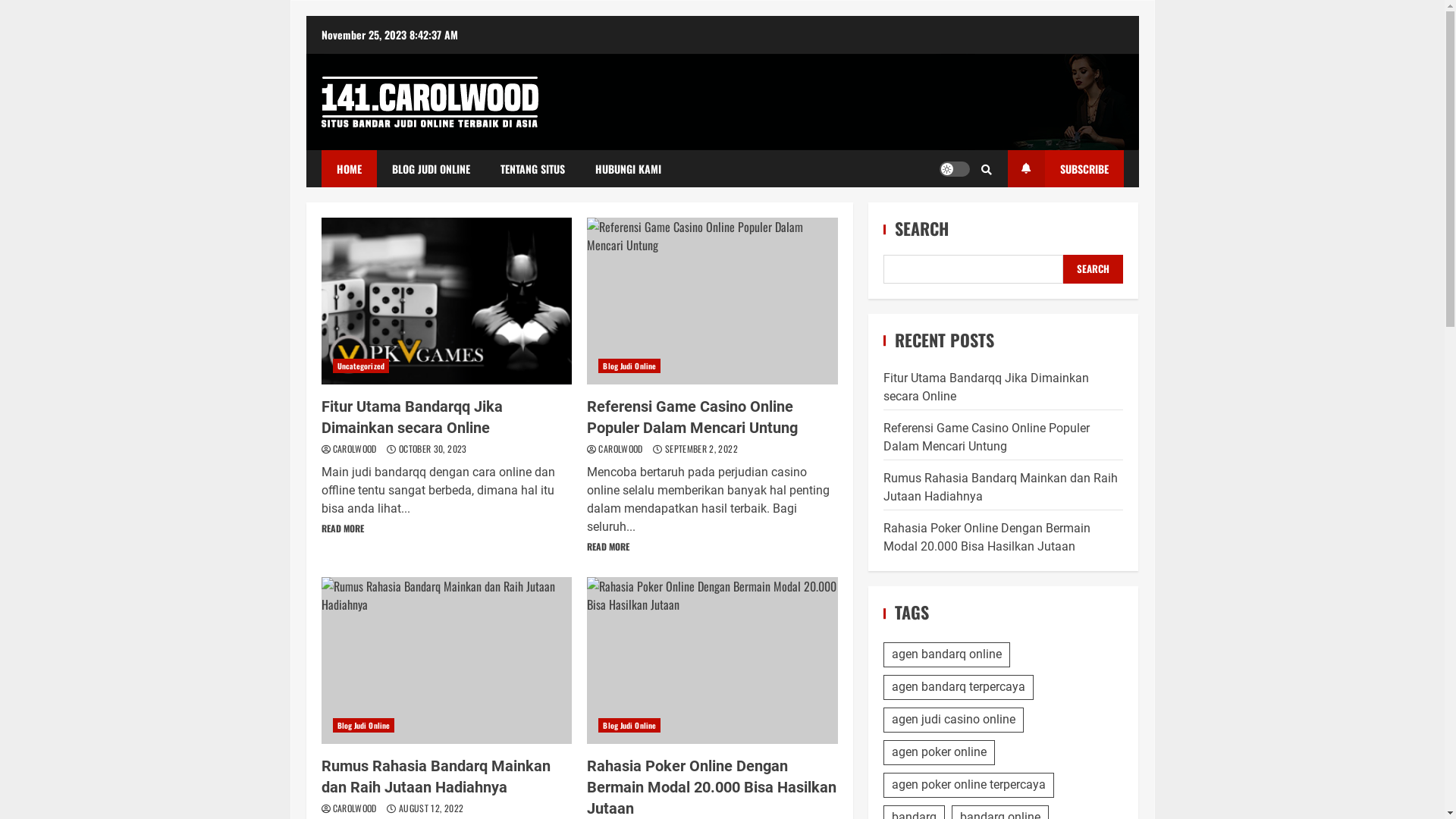 The width and height of the screenshot is (1456, 819). What do you see at coordinates (359, 366) in the screenshot?
I see `'Uncategorized'` at bounding box center [359, 366].